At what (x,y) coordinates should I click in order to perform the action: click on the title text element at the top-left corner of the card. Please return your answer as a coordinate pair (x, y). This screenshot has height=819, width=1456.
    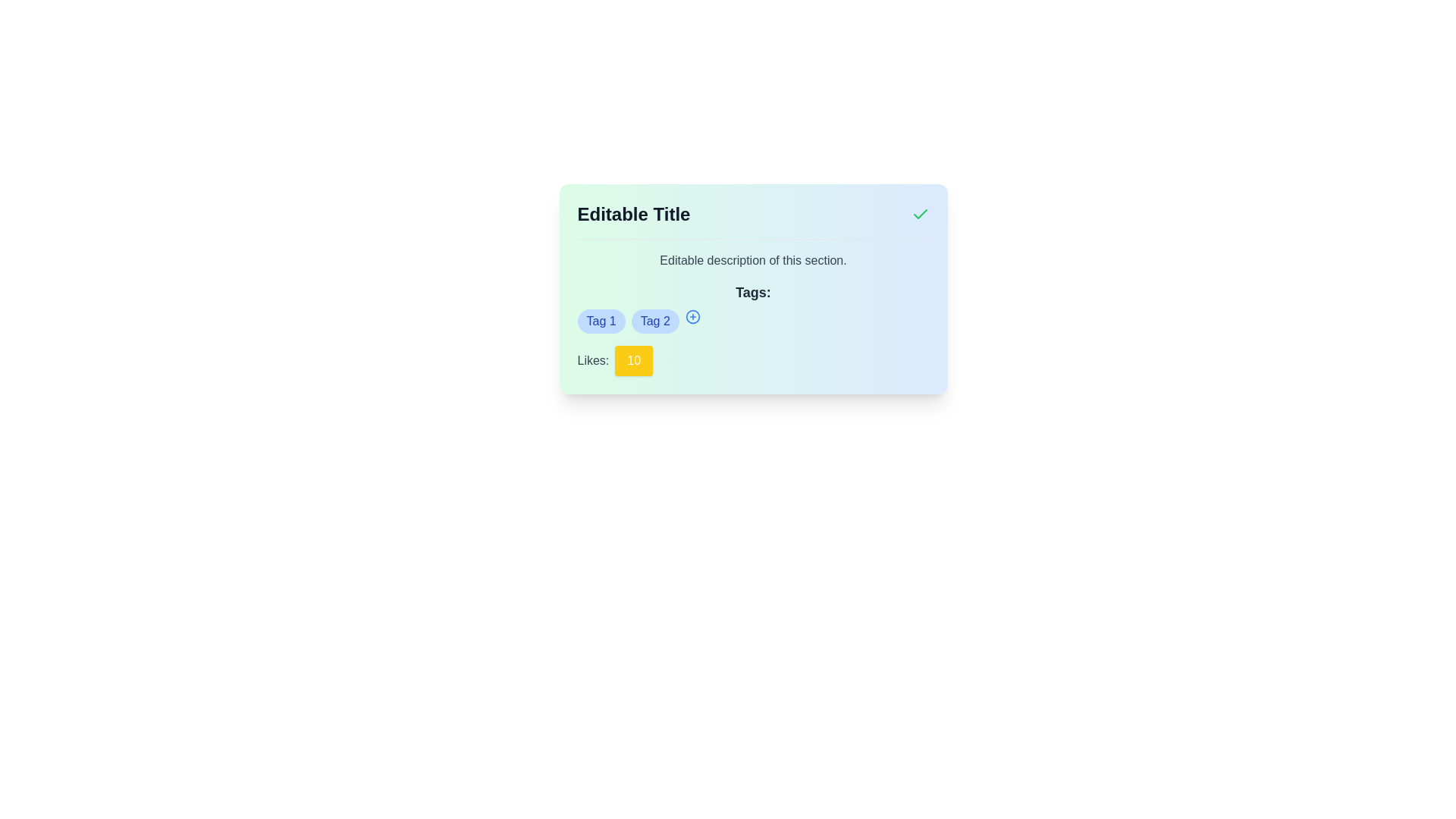
    Looking at the image, I should click on (633, 214).